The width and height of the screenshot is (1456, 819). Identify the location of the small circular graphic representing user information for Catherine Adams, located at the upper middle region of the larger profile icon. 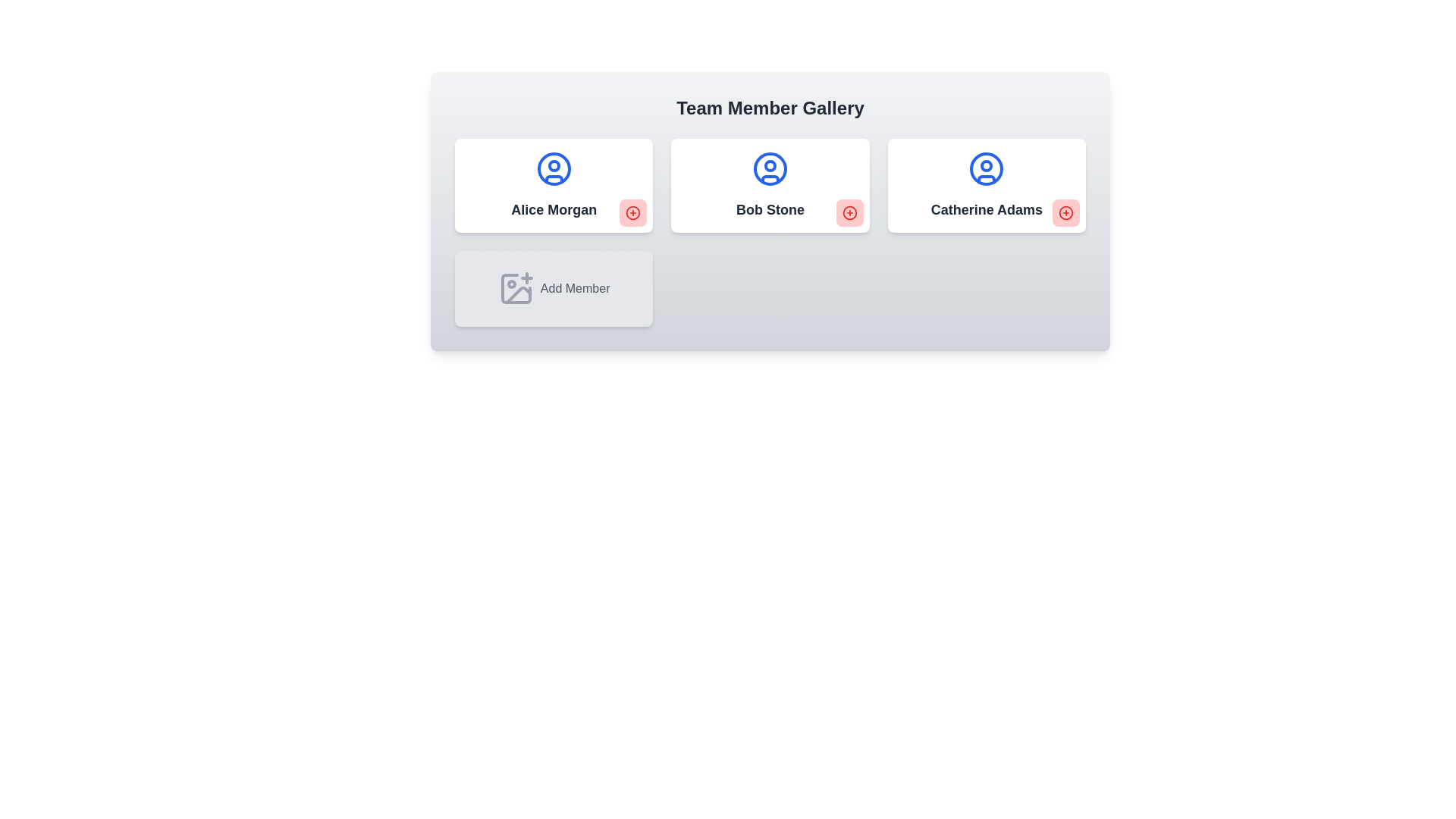
(986, 166).